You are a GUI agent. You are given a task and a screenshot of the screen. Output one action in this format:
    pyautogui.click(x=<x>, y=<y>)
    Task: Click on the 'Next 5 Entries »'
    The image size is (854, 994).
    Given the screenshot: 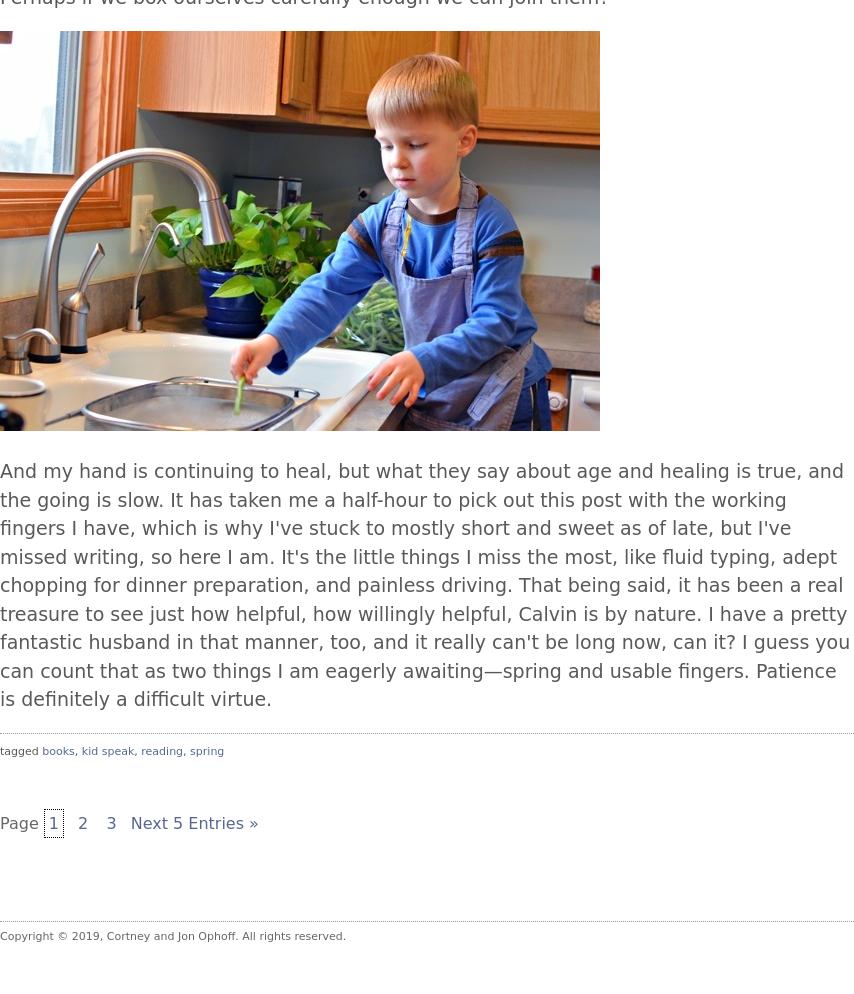 What is the action you would take?
    pyautogui.click(x=128, y=822)
    